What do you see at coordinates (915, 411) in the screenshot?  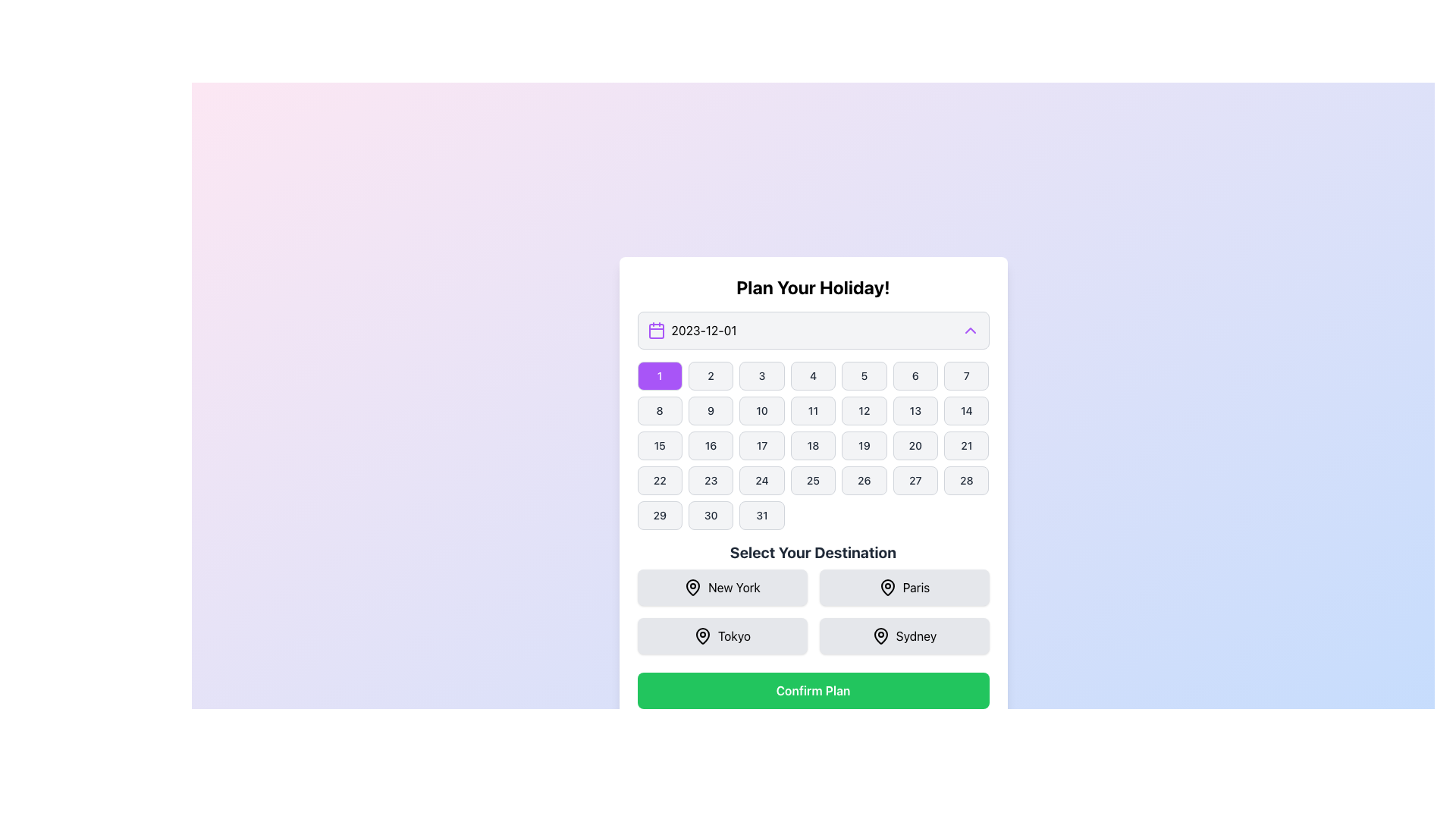 I see `the rounded rectangular button labeled '13' with a gray background` at bounding box center [915, 411].